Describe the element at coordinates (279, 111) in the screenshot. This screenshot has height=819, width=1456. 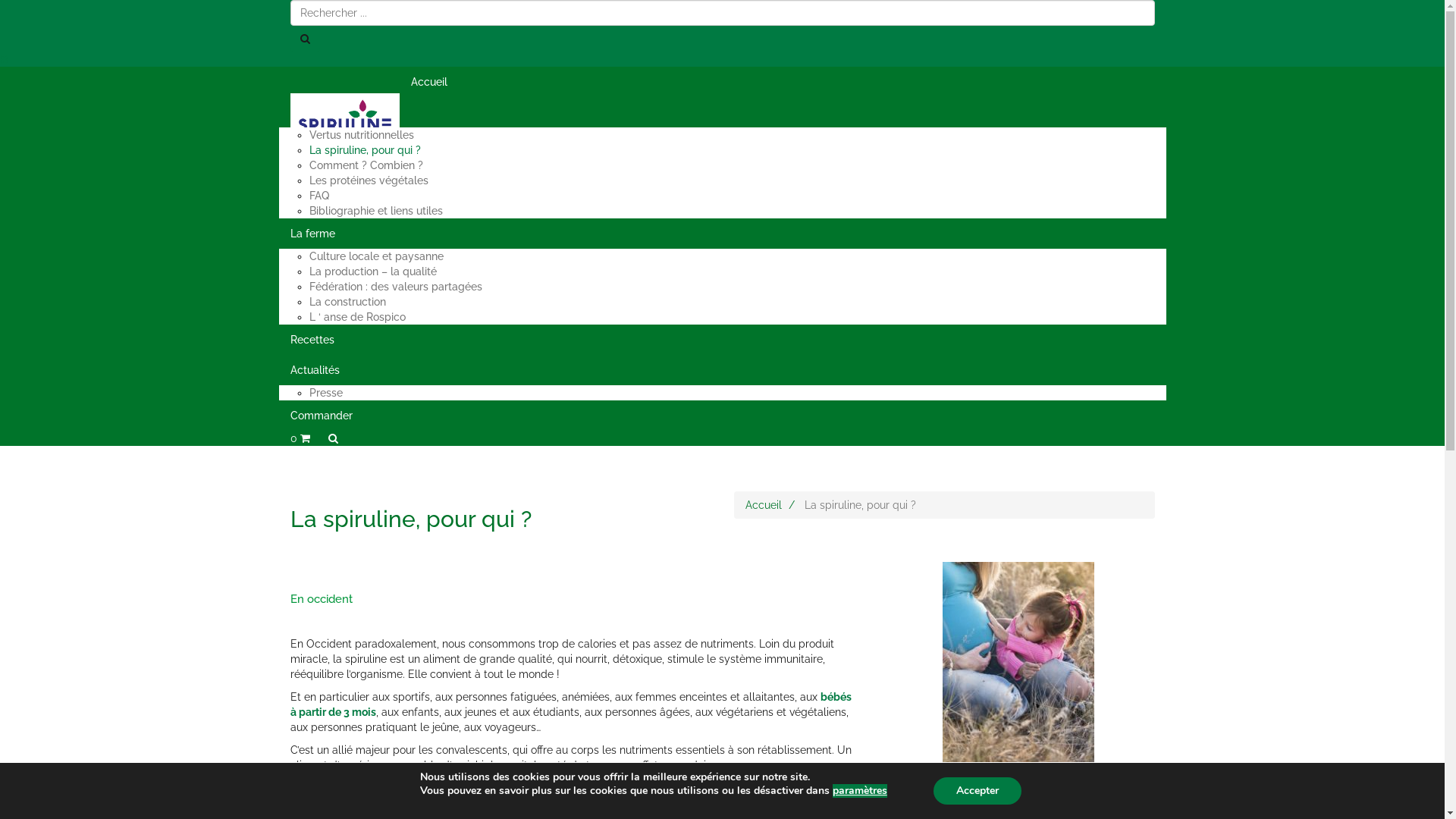
I see `'La spiruline'` at that location.